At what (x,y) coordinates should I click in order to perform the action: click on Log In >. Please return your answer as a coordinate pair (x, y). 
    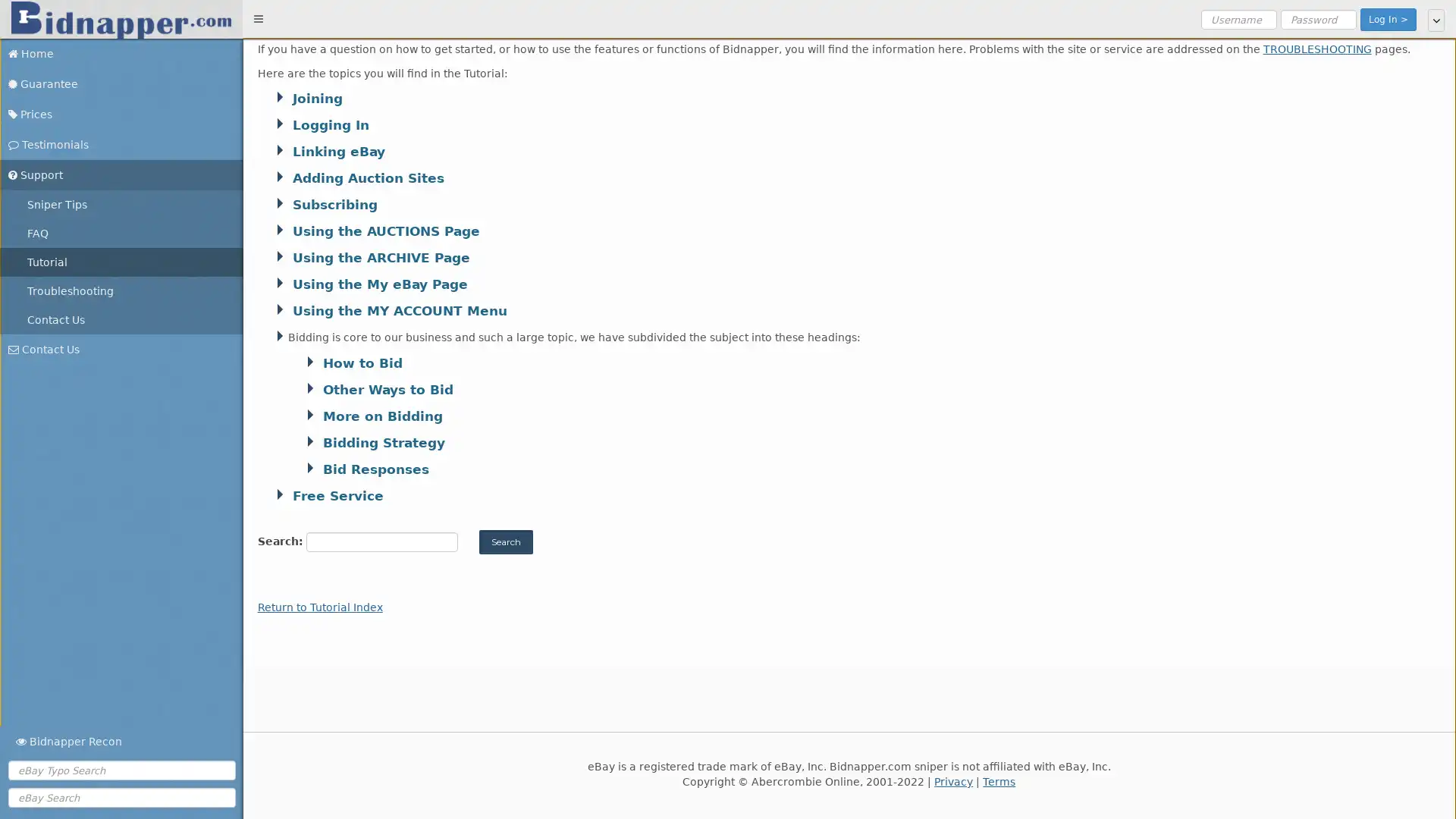
    Looking at the image, I should click on (1388, 20).